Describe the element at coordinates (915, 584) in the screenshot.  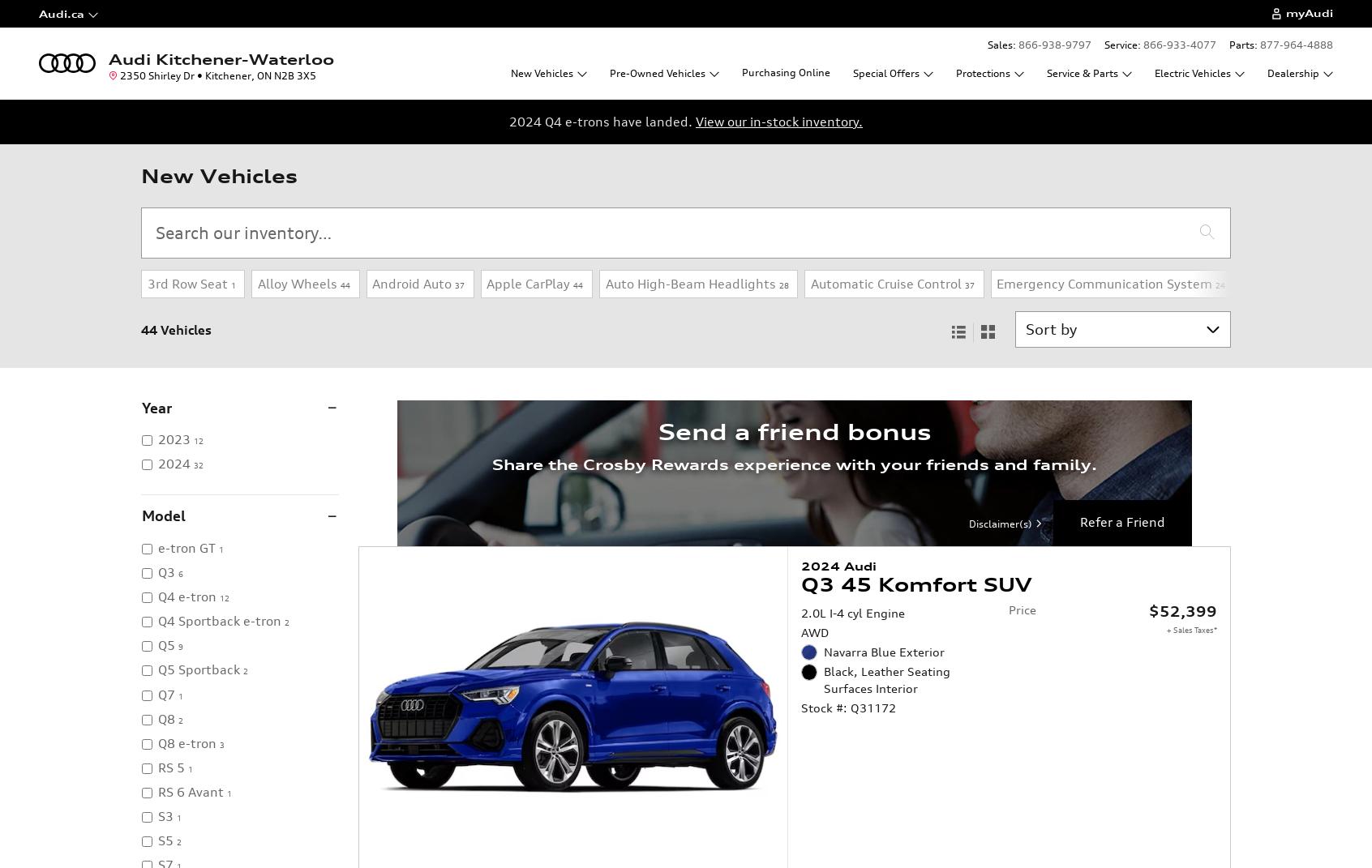
I see `'Q3 45 Komfort SUV'` at that location.